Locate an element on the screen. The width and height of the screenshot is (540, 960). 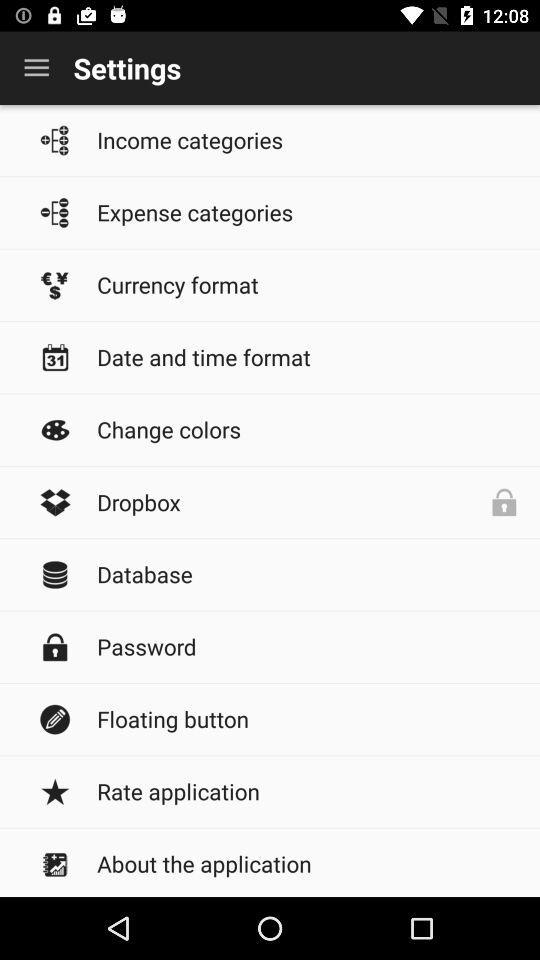
dropbox item is located at coordinates (308, 501).